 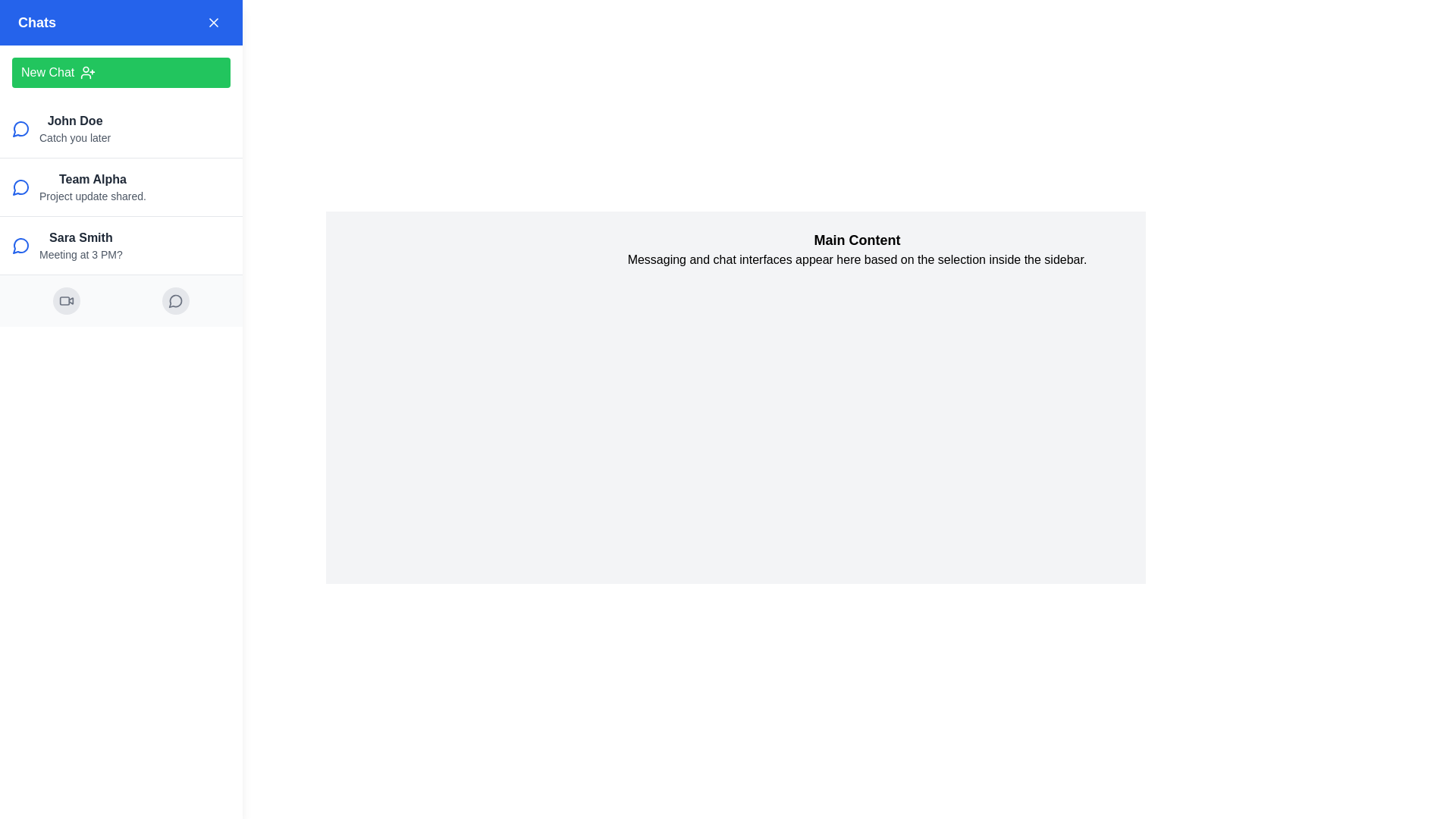 I want to click on the Informational text block that provides descriptive text about the functionality of the main content section, located near the center-right of the interface adjacent to the sidebar, so click(x=857, y=248).